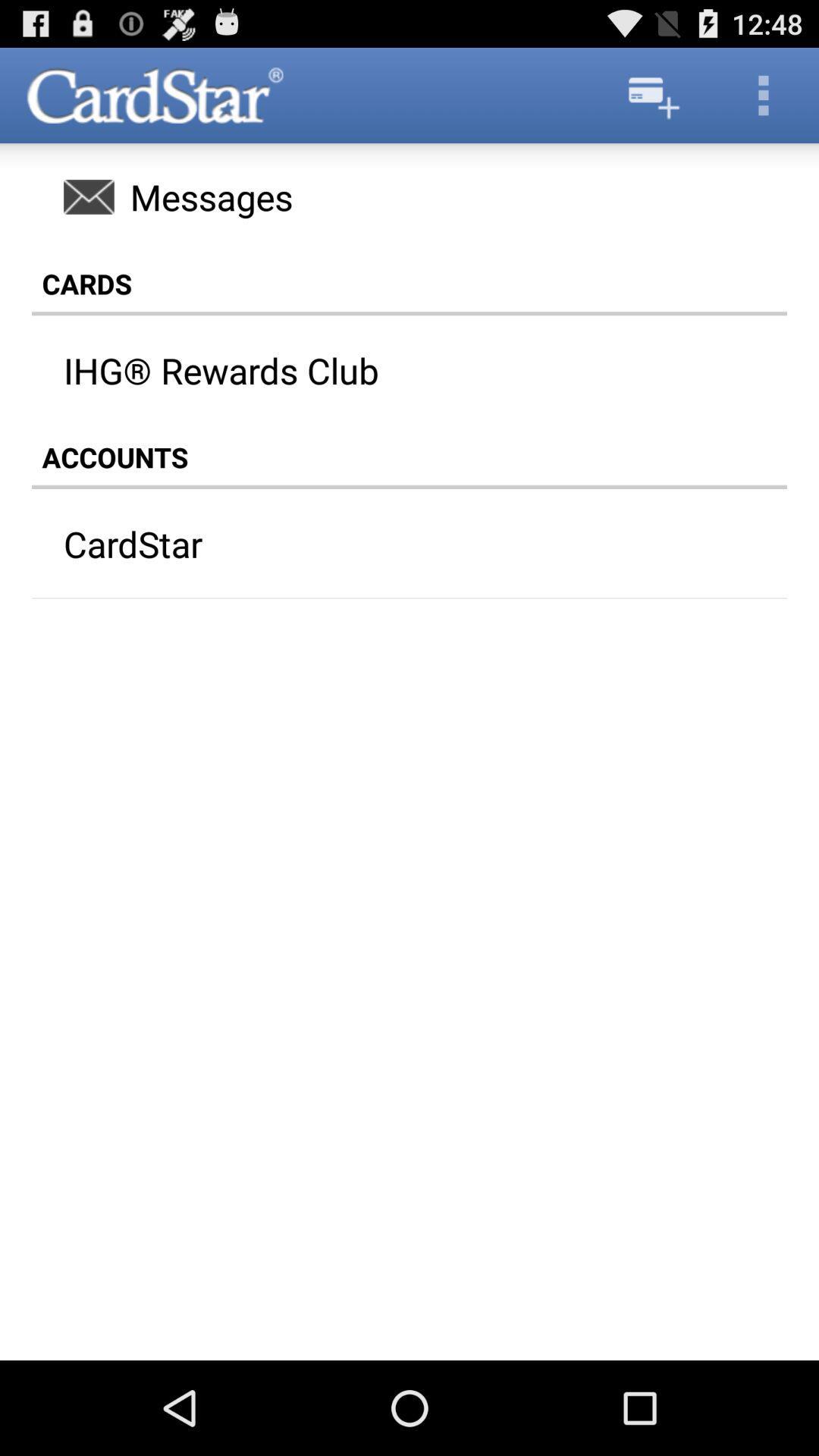 The height and width of the screenshot is (1456, 819). What do you see at coordinates (379, 544) in the screenshot?
I see `cardstar icon` at bounding box center [379, 544].